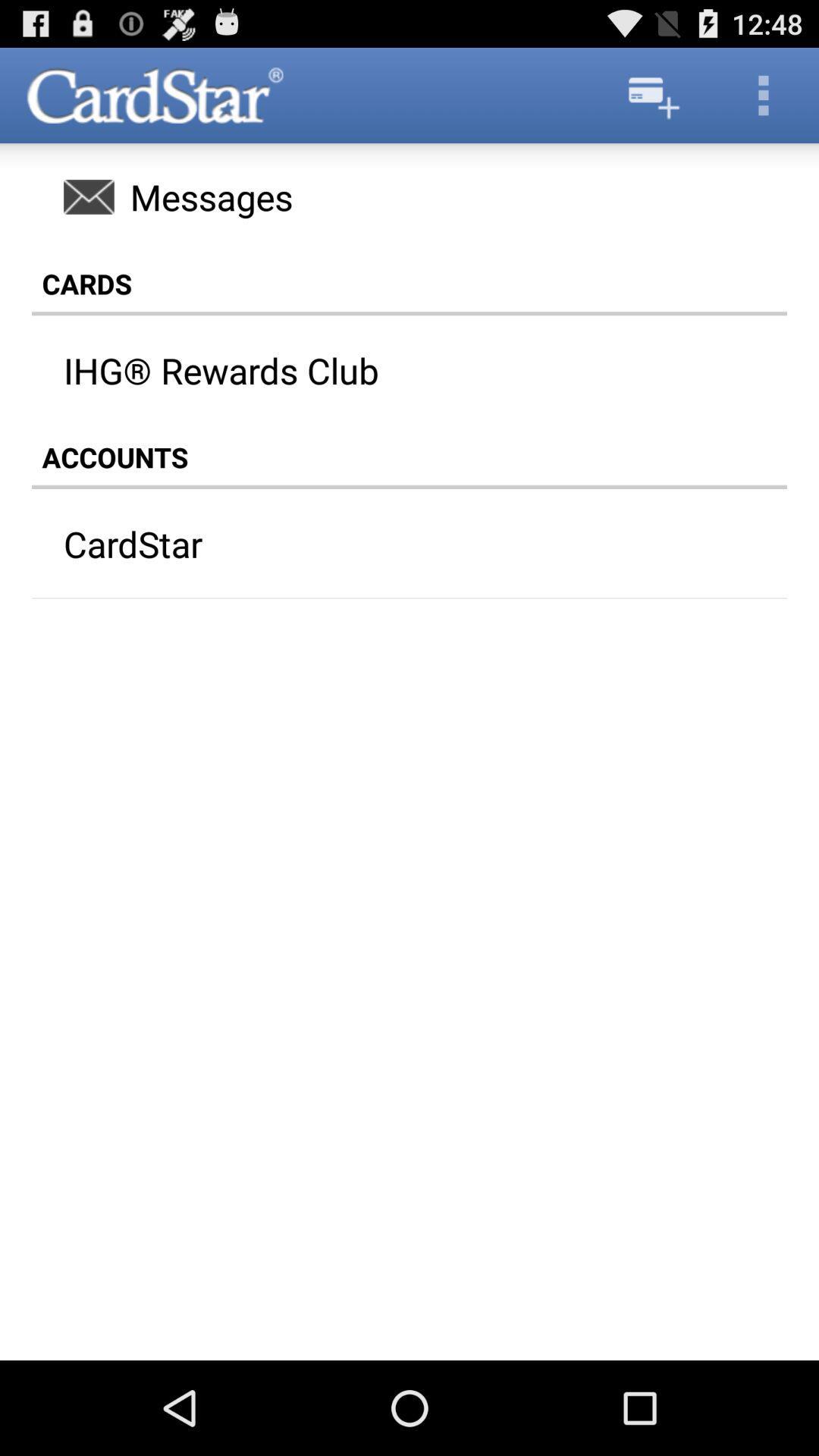 The height and width of the screenshot is (1456, 819). What do you see at coordinates (379, 544) in the screenshot?
I see `cardstar icon` at bounding box center [379, 544].